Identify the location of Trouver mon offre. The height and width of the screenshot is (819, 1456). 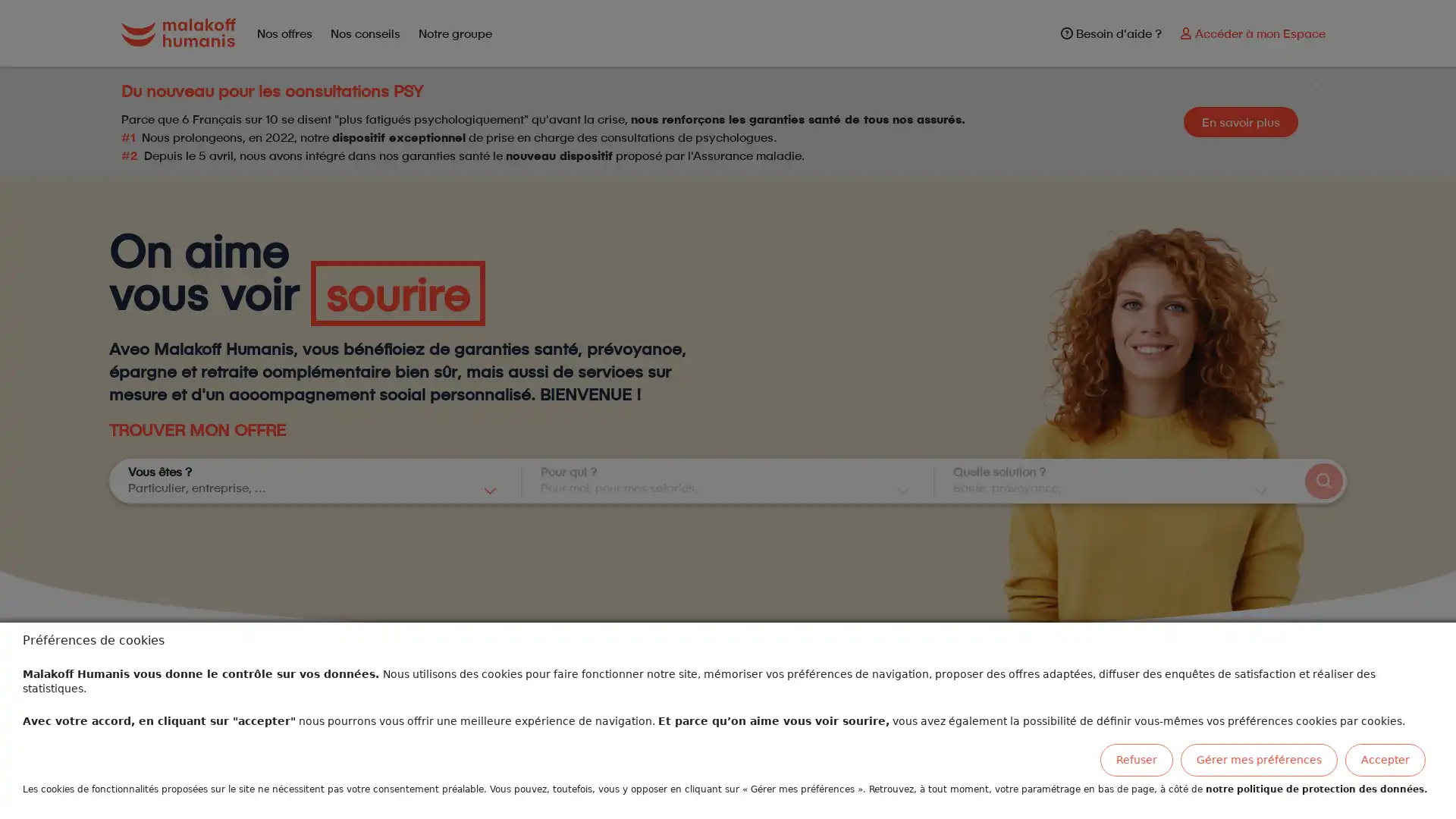
(1323, 481).